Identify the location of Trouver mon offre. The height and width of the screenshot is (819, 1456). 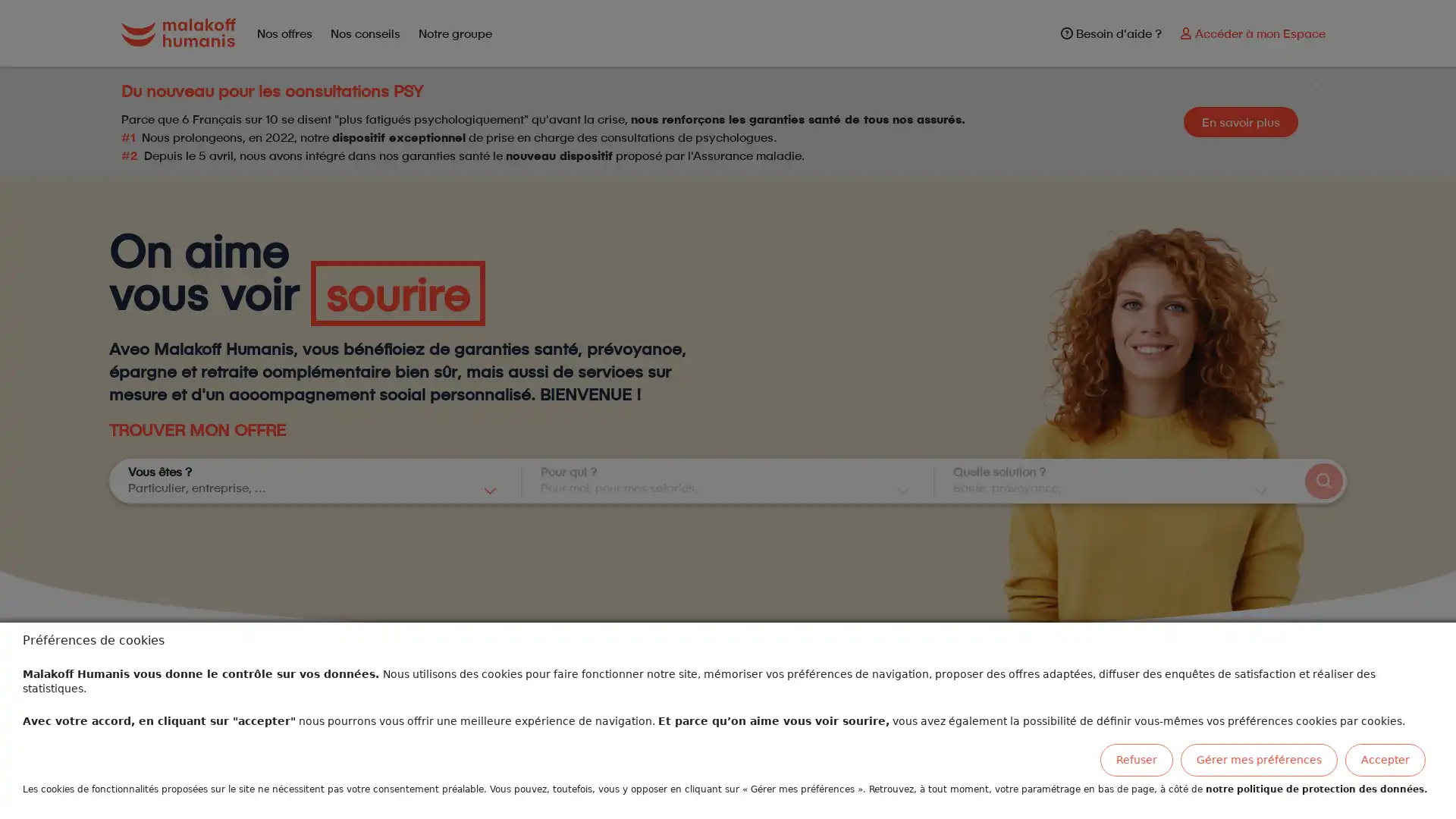
(1323, 481).